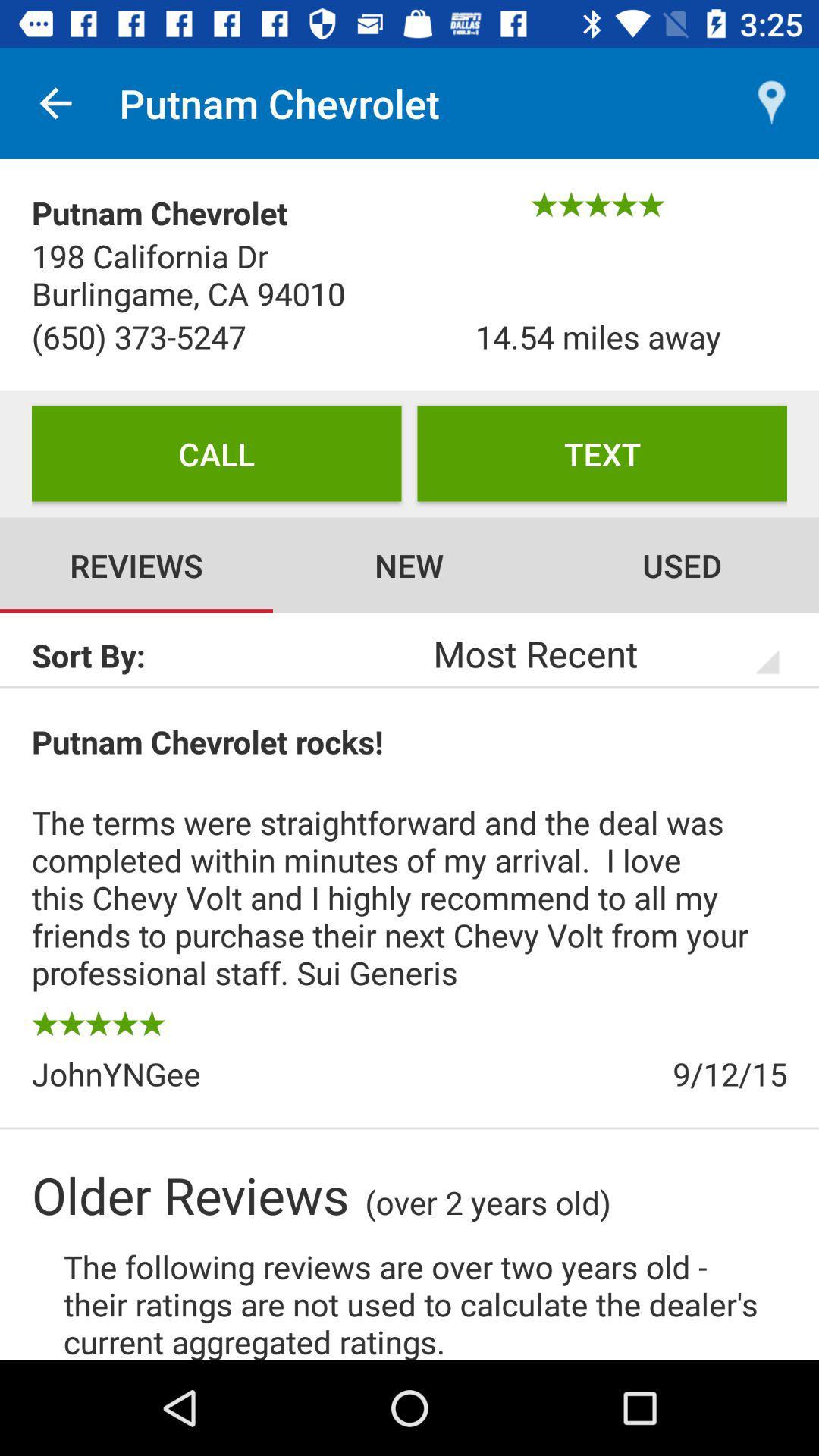  Describe the element at coordinates (220, 1073) in the screenshot. I see `the icon next to the 9/12/15` at that location.